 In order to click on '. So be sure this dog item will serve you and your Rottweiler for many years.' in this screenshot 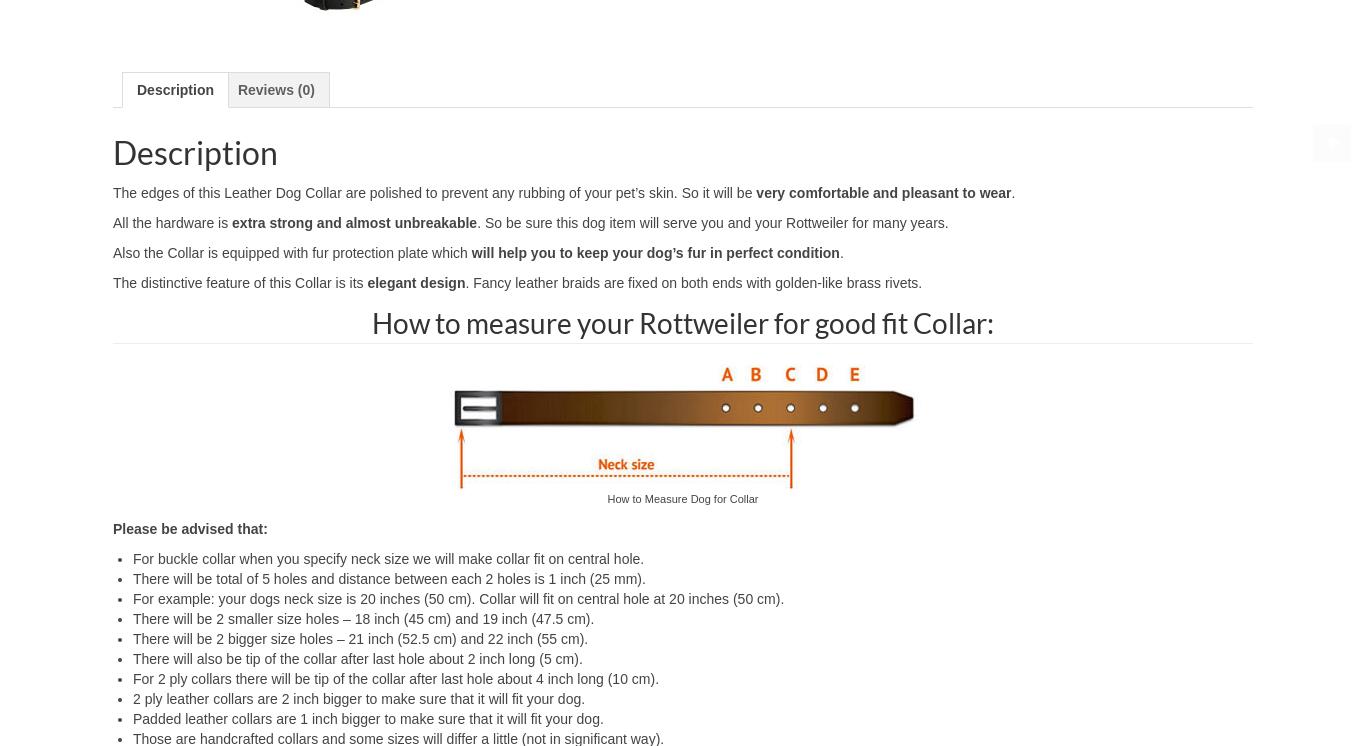, I will do `click(712, 221)`.